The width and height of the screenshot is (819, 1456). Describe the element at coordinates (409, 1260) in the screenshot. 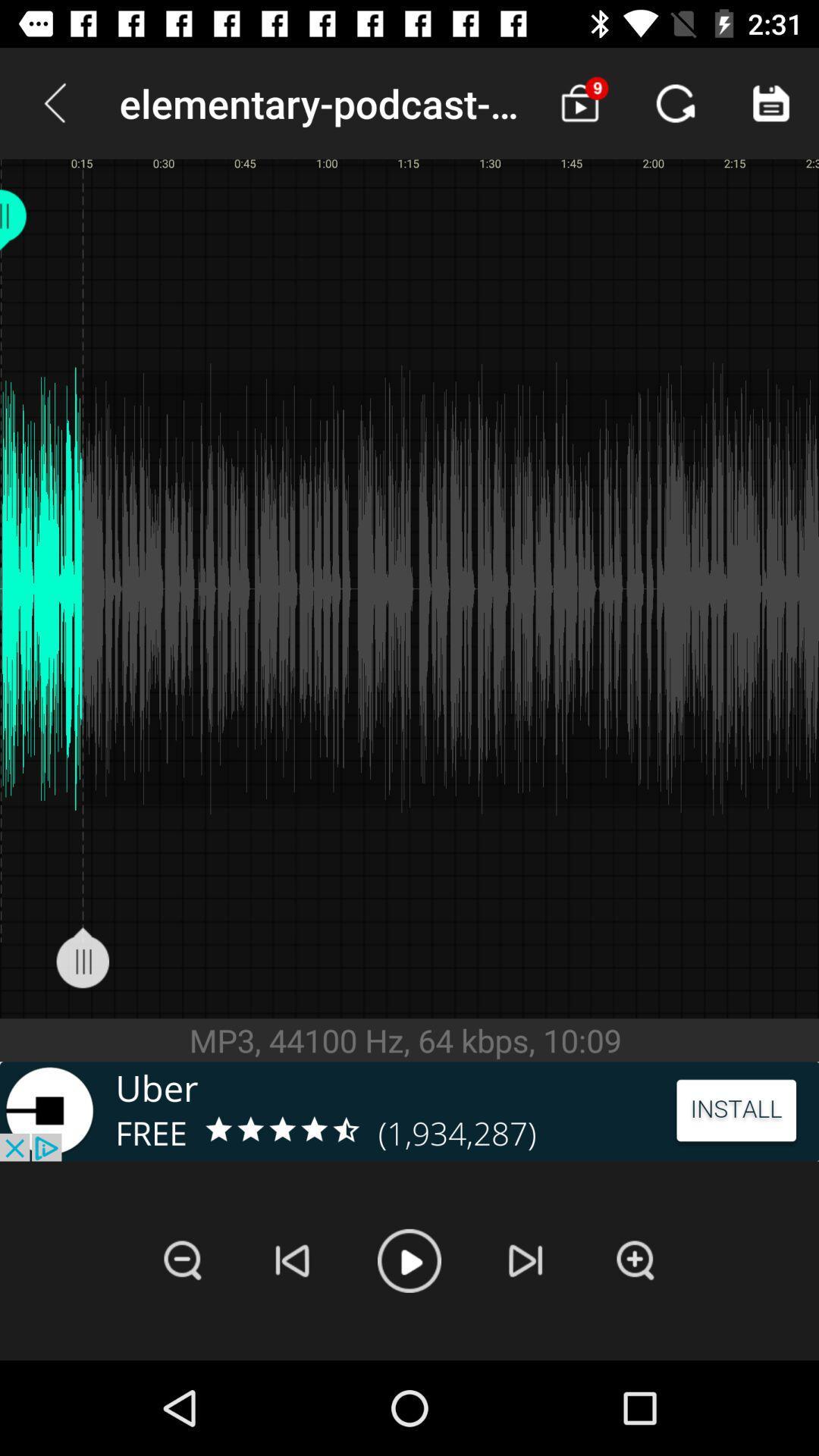

I see `audio` at that location.